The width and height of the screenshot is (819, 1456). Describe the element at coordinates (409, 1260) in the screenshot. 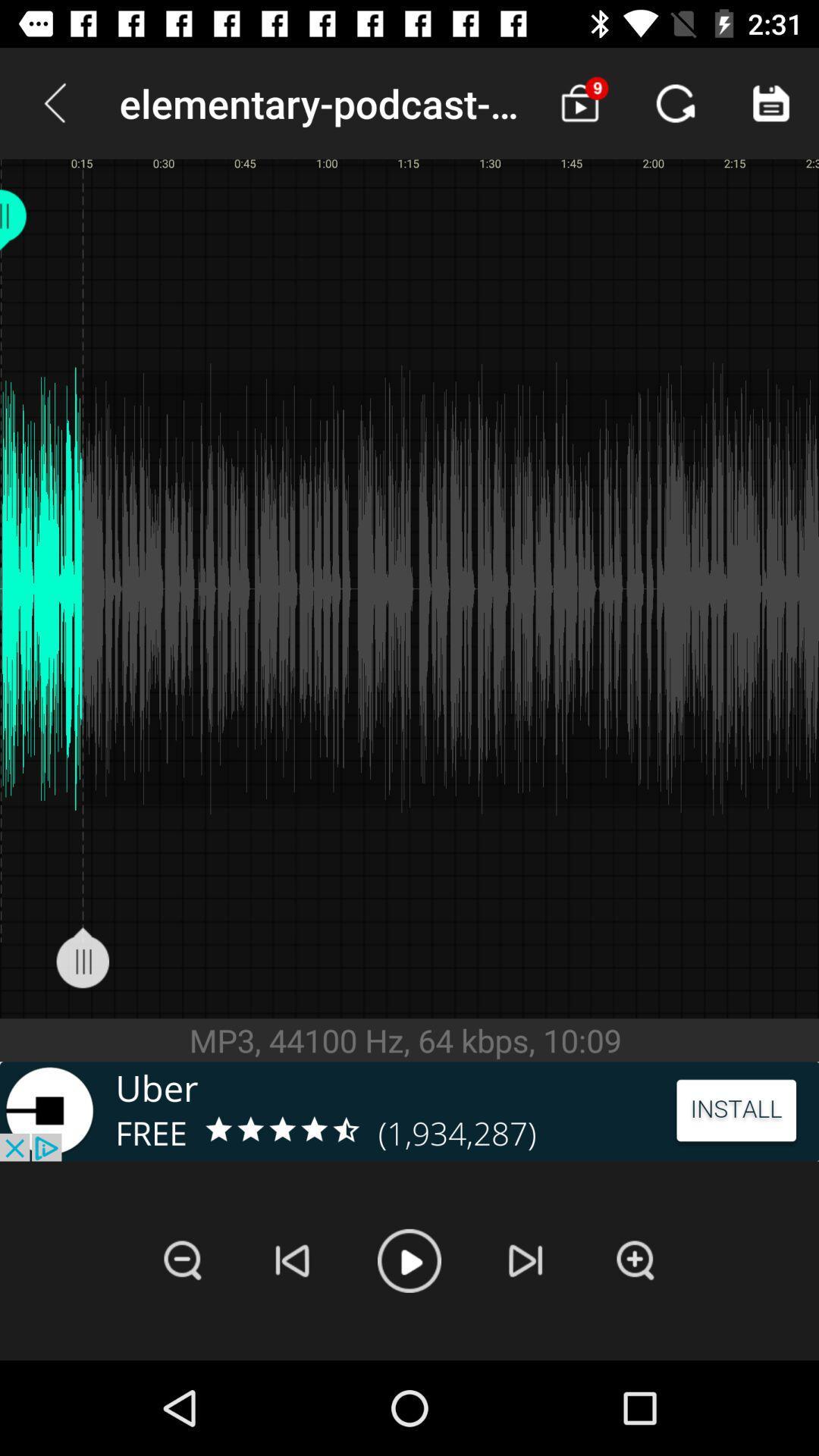

I see `audio` at that location.